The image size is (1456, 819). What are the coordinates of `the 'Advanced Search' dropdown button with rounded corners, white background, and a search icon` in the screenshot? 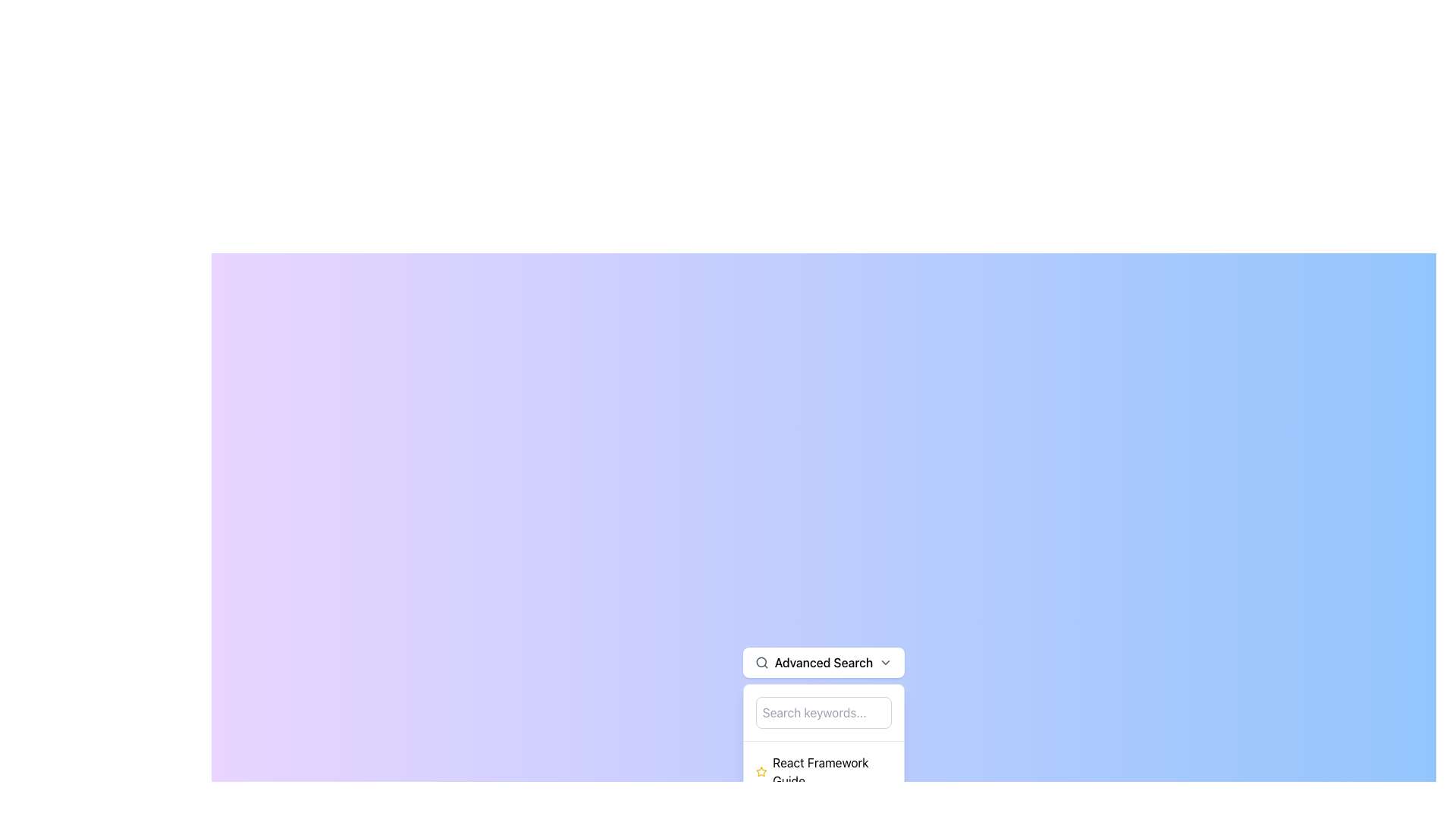 It's located at (823, 662).